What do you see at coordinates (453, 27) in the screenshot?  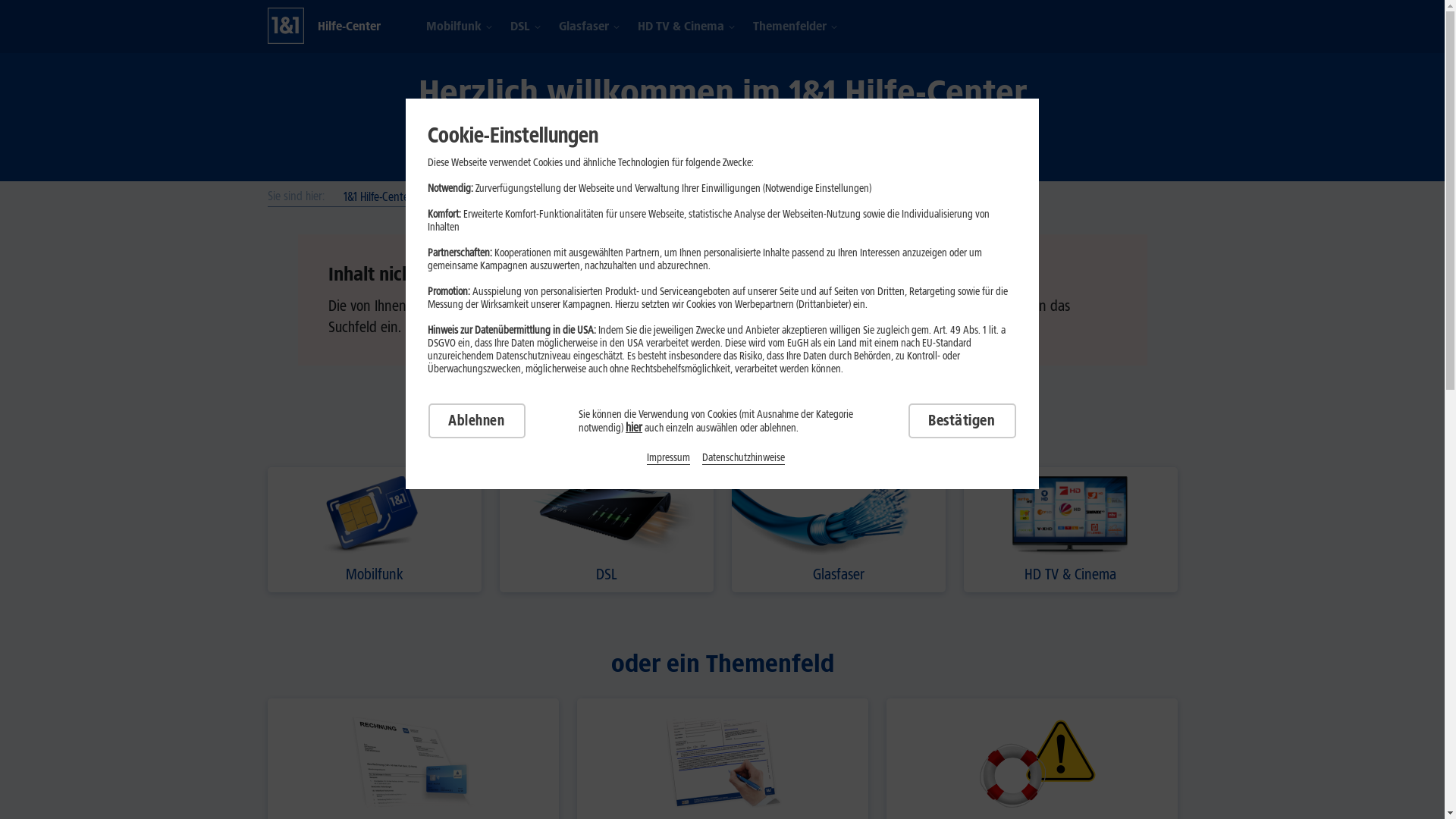 I see `'Mobilfunk'` at bounding box center [453, 27].